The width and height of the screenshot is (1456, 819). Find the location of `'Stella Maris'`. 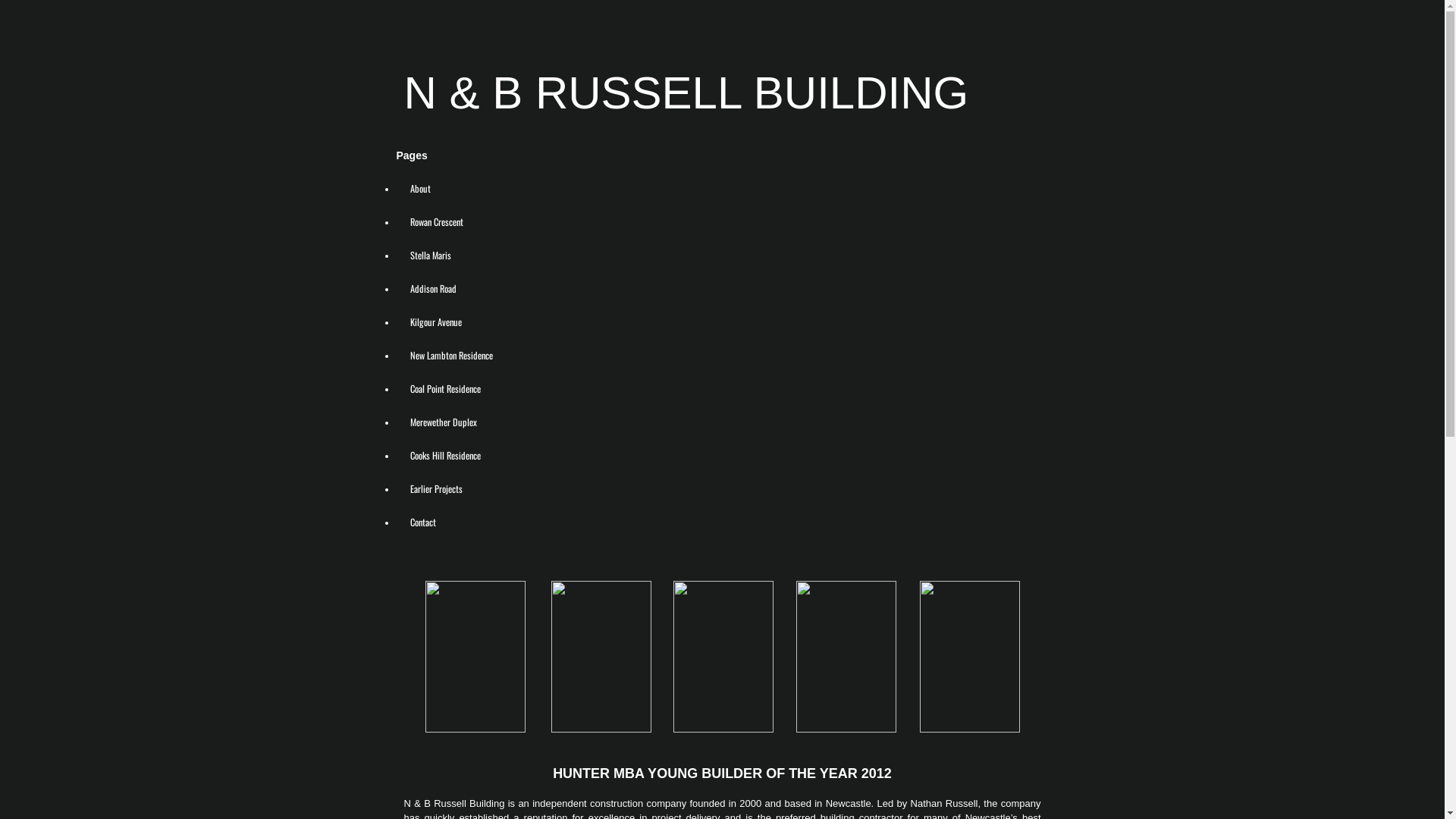

'Stella Maris' is located at coordinates (429, 253).